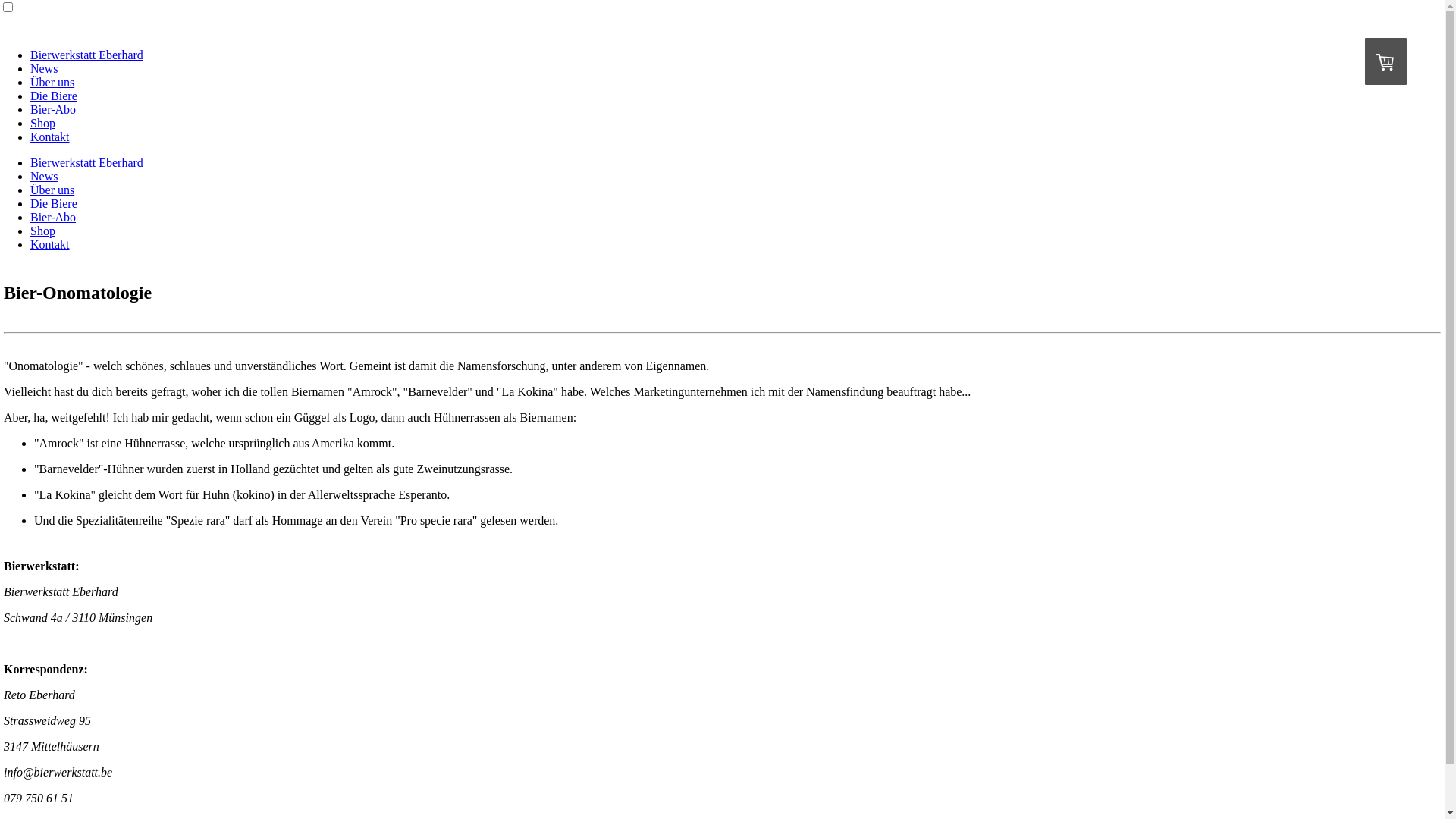  I want to click on 'Bierwerkstatt Eberhard', so click(86, 54).